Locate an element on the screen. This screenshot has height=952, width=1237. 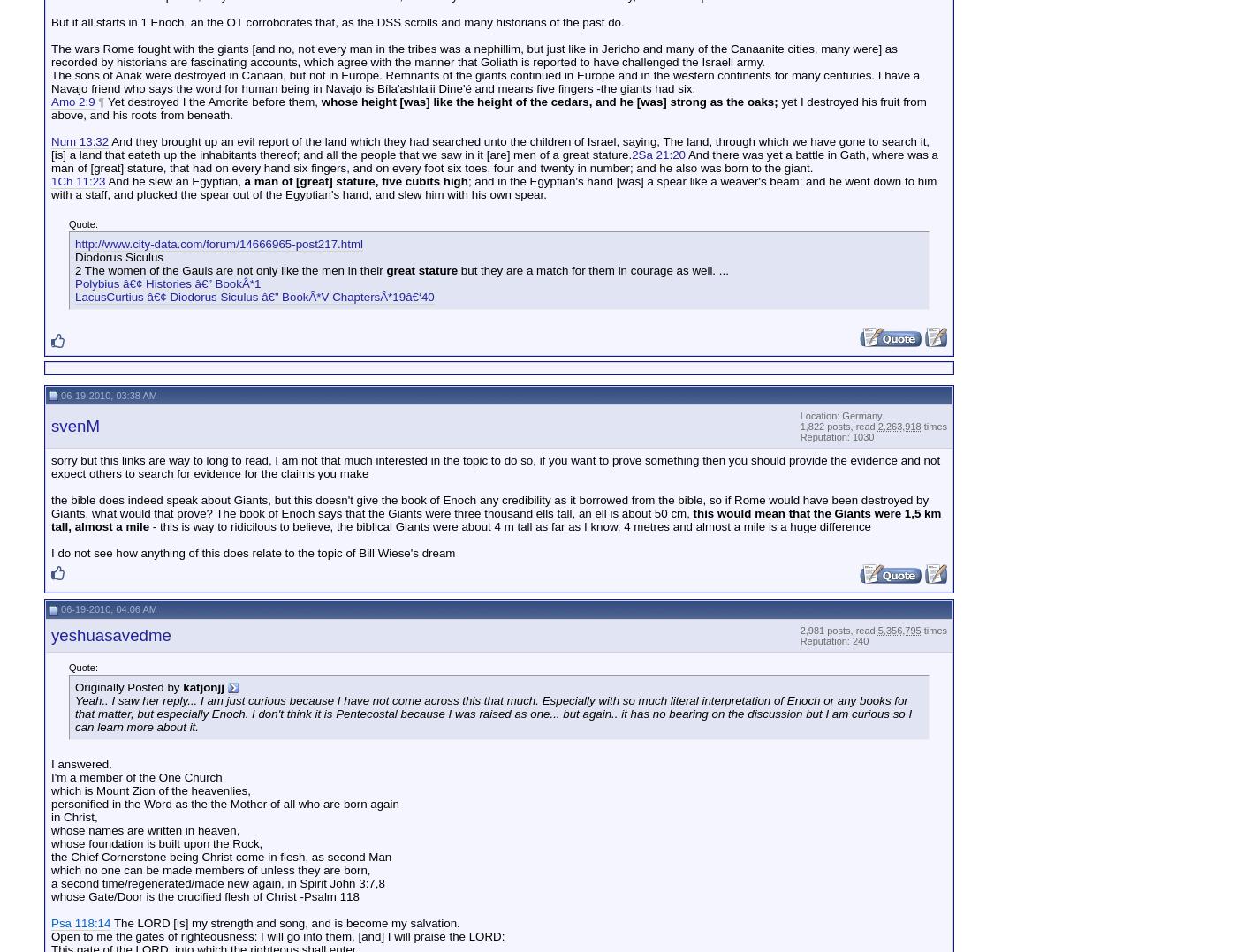
'in Christ,' is located at coordinates (74, 816).